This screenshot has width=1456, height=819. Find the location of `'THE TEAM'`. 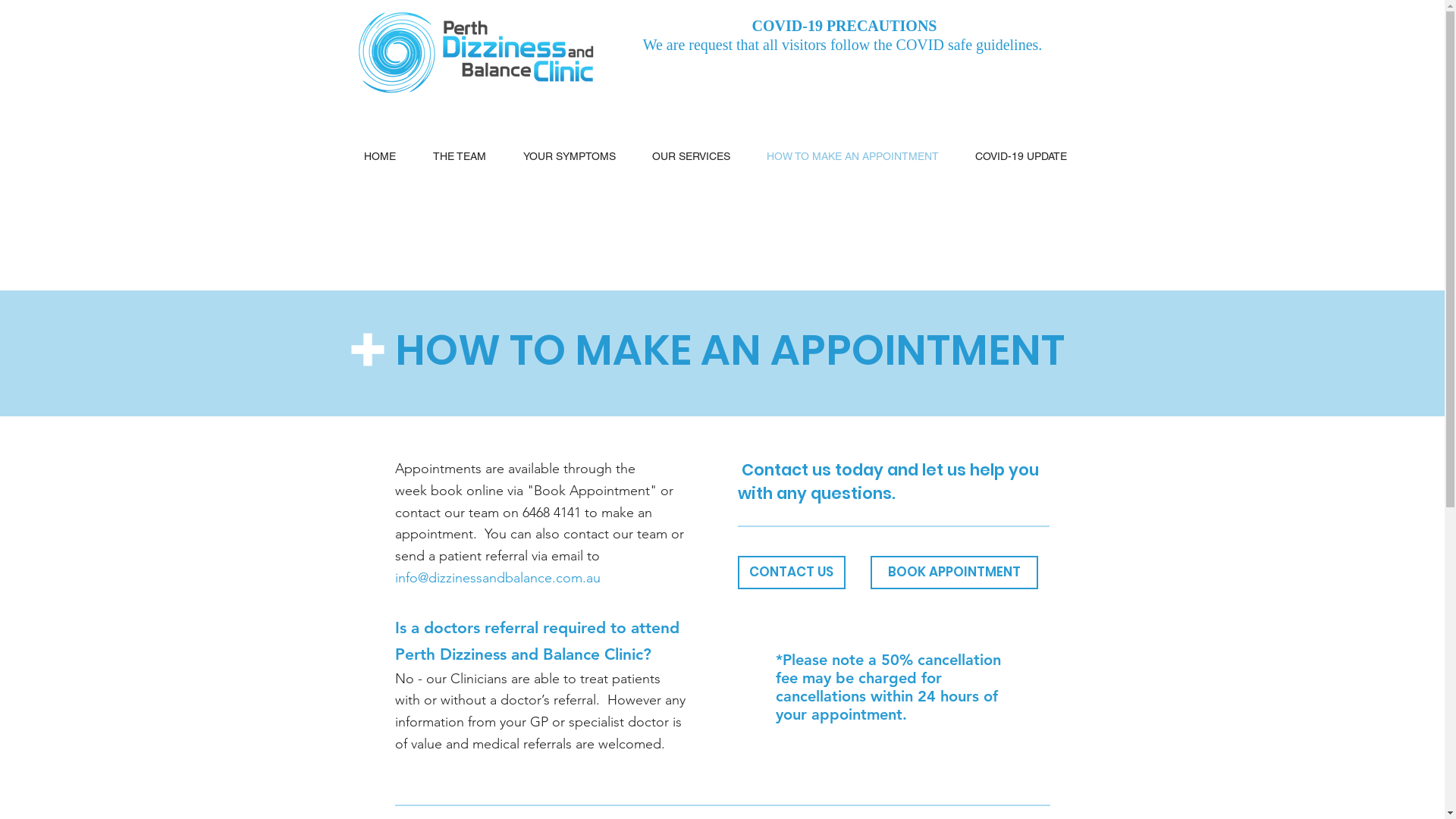

'THE TEAM' is located at coordinates (466, 155).